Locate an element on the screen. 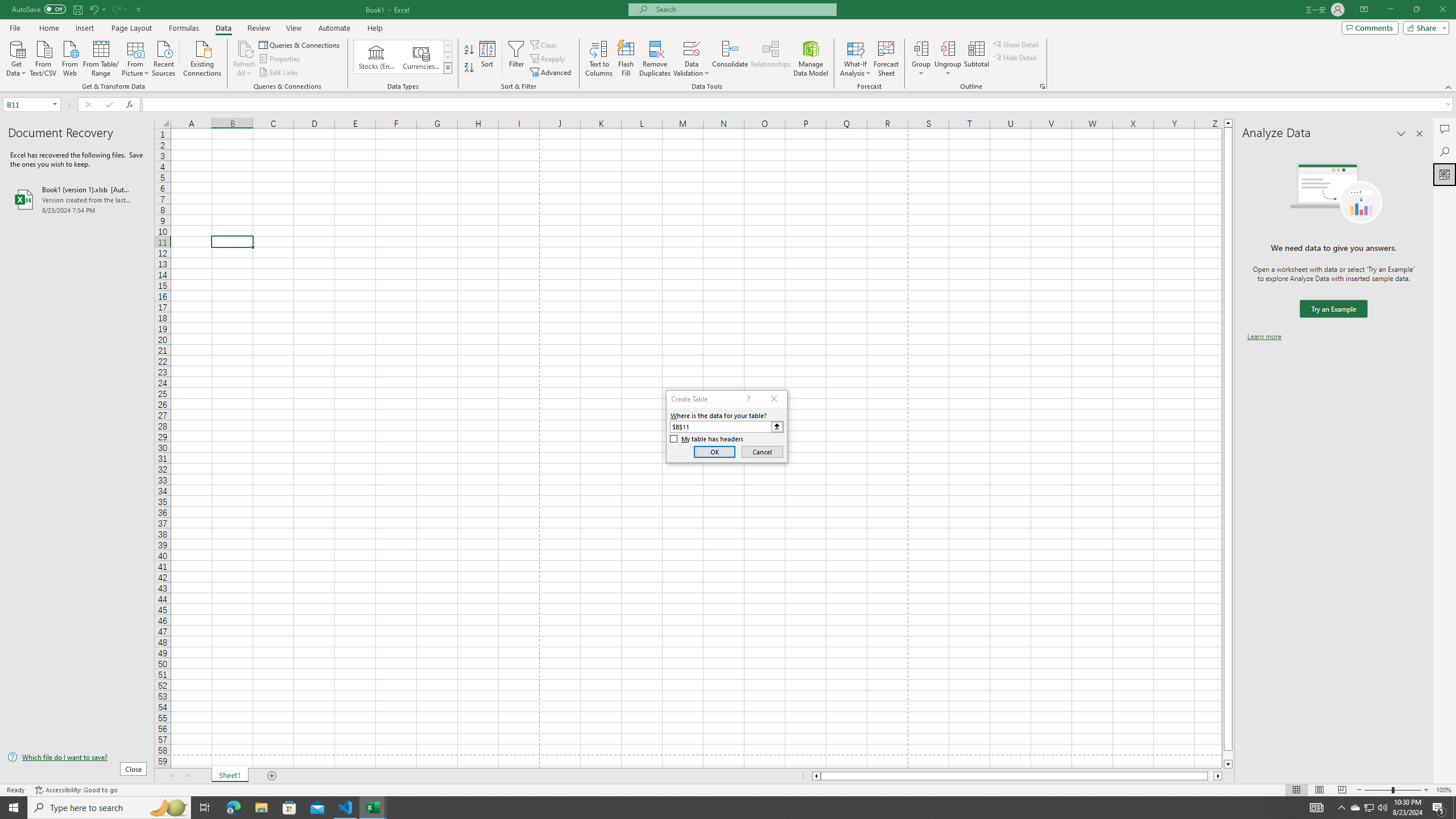 This screenshot has width=1456, height=819. 'Consolidate...' is located at coordinates (730, 59).